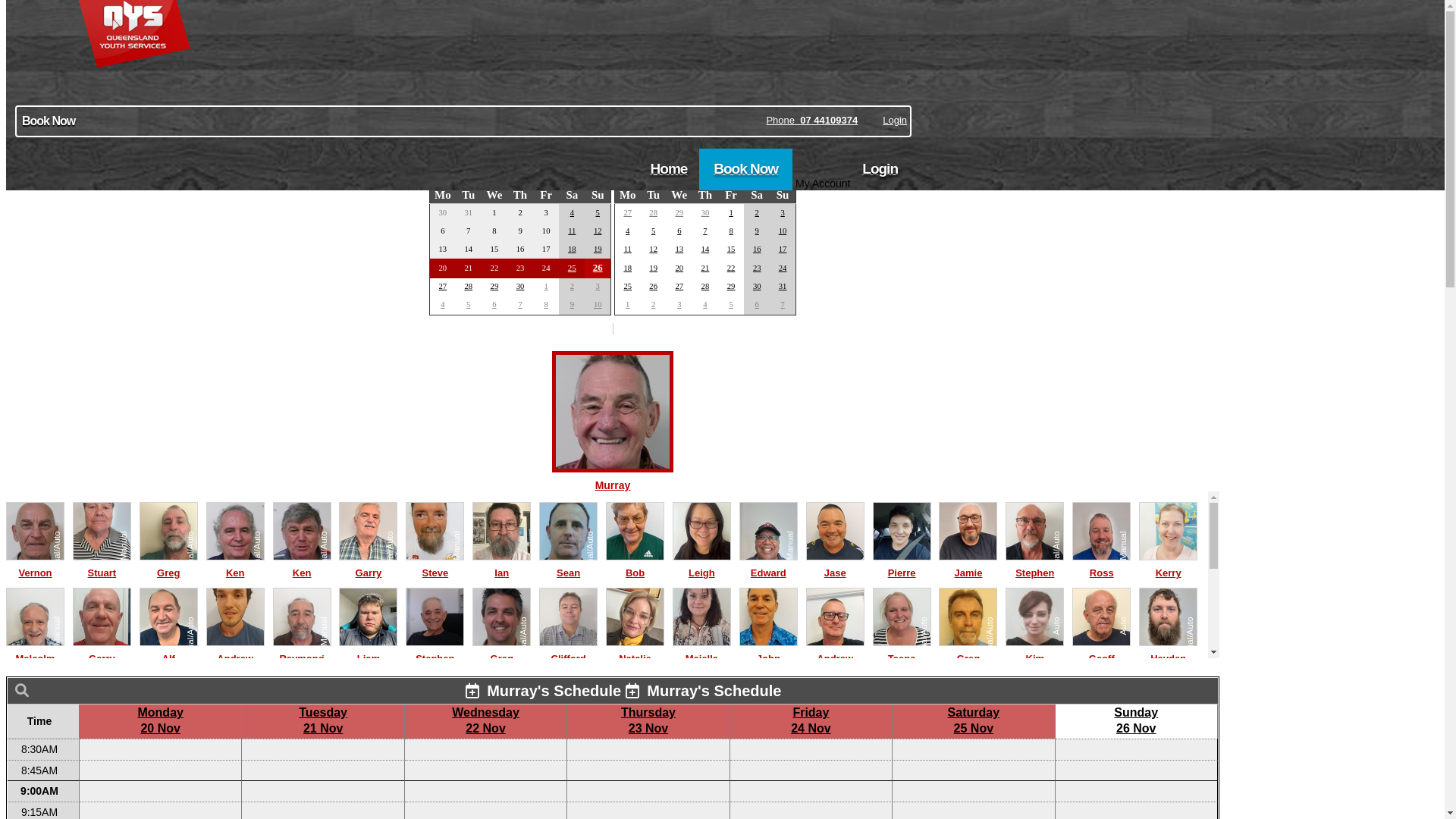  Describe the element at coordinates (434, 736) in the screenshot. I see `'Cameron` at that location.